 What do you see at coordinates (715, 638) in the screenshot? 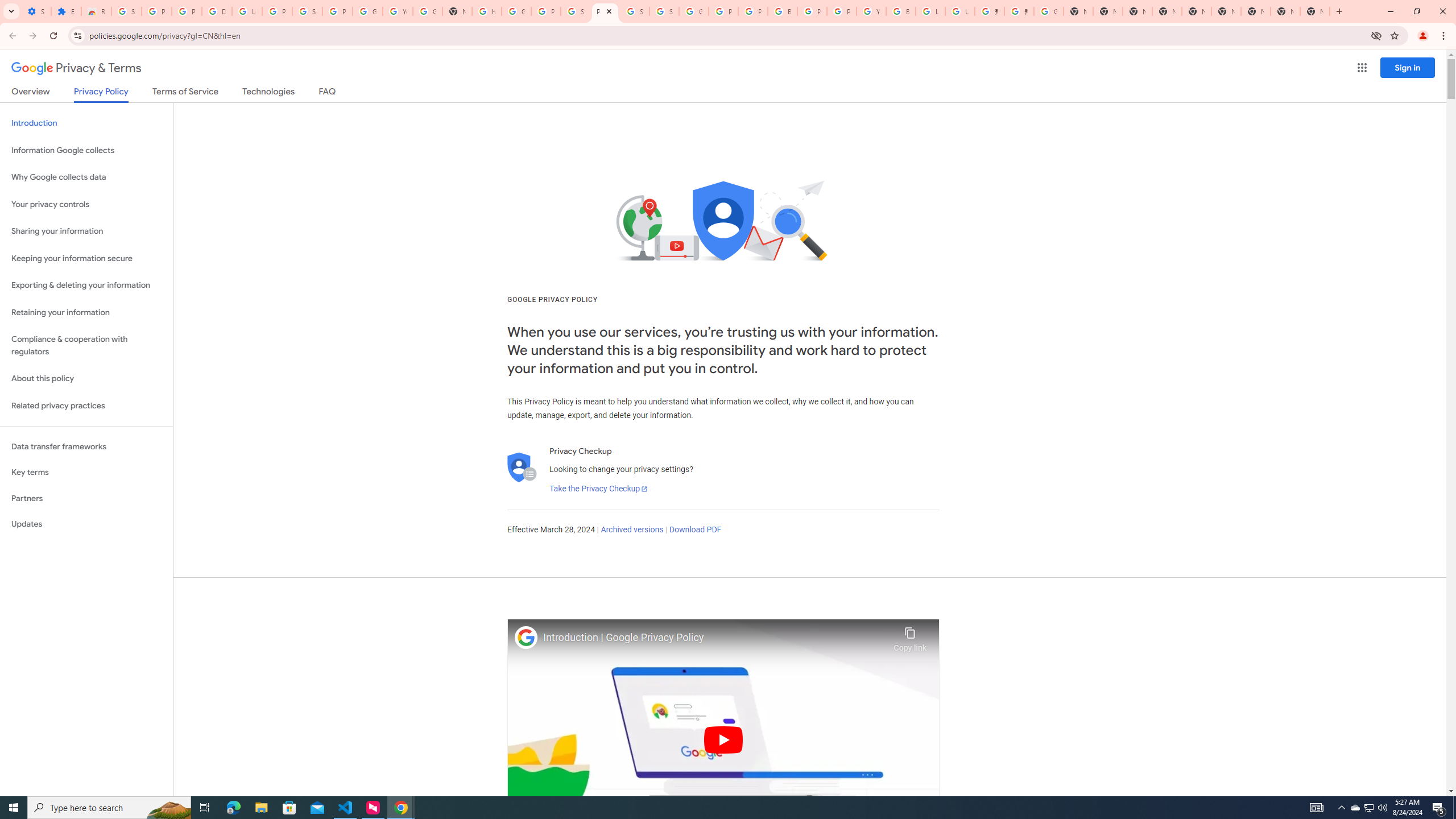
I see `'Introduction | Google Privacy Policy'` at bounding box center [715, 638].